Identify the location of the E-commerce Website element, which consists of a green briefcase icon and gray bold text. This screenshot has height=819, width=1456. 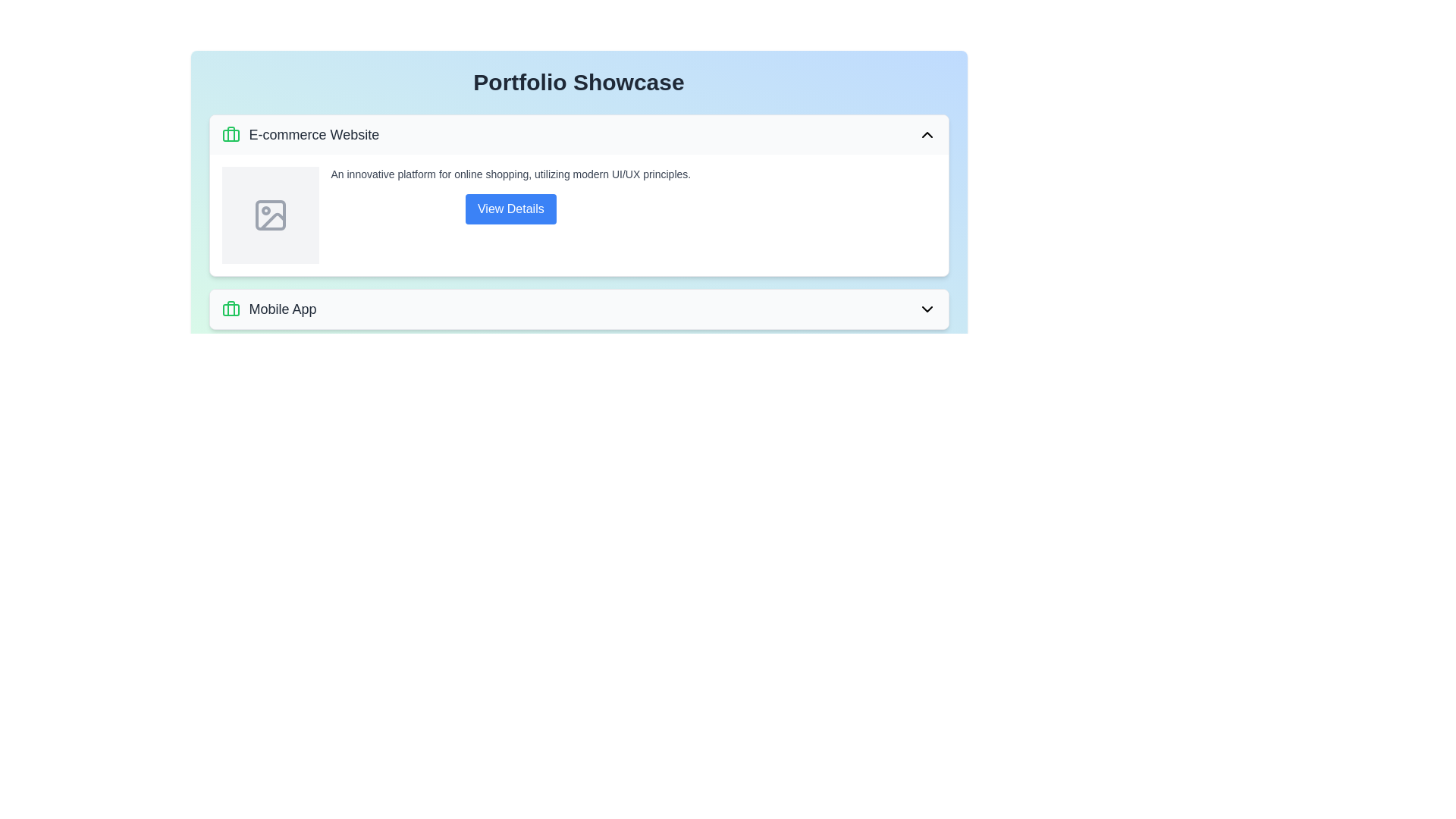
(300, 133).